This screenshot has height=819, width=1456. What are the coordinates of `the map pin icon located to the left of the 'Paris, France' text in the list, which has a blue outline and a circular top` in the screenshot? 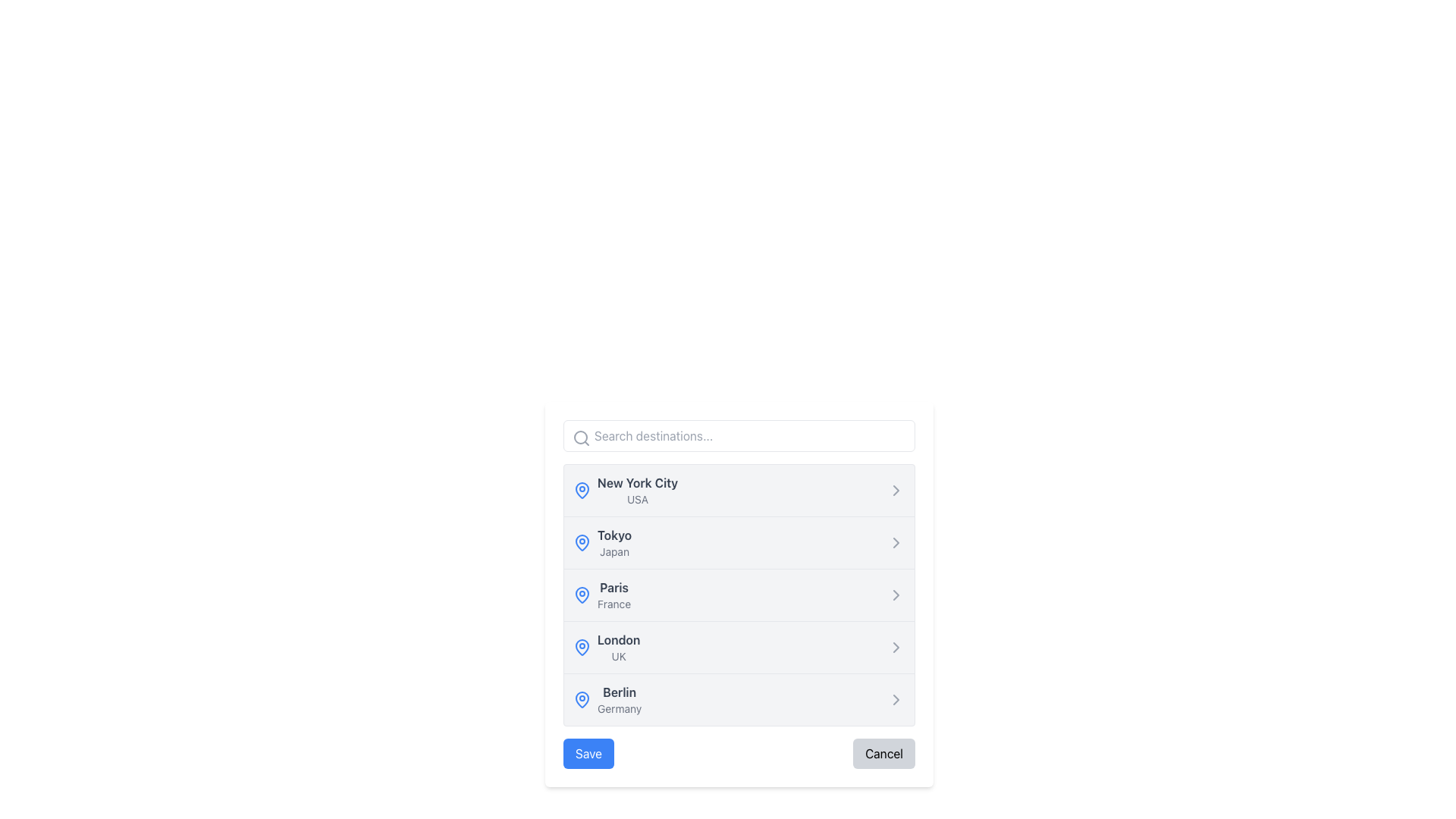 It's located at (582, 593).